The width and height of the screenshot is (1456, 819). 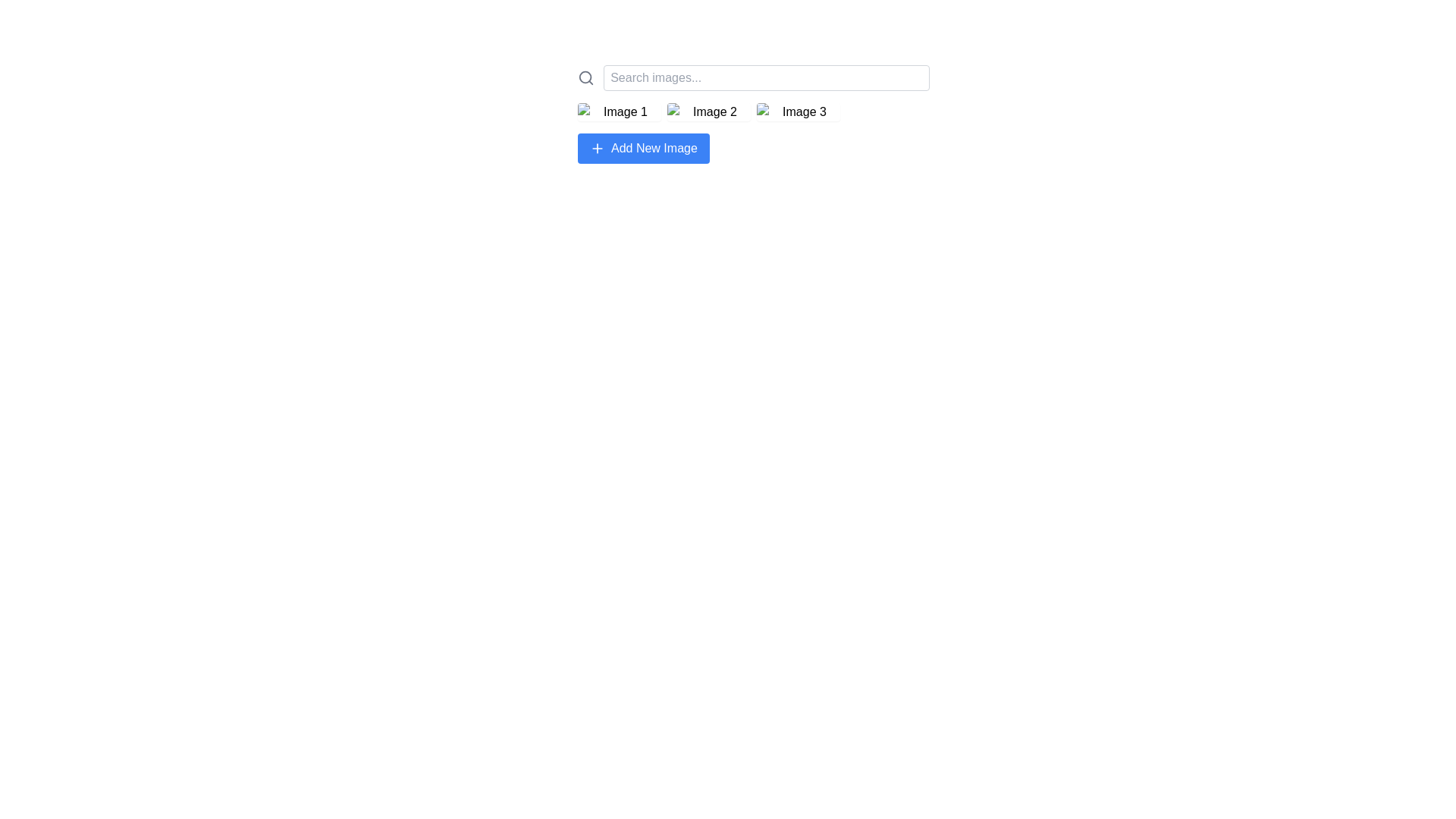 What do you see at coordinates (643, 149) in the screenshot?
I see `the blue button labeled 'Add New Image'` at bounding box center [643, 149].